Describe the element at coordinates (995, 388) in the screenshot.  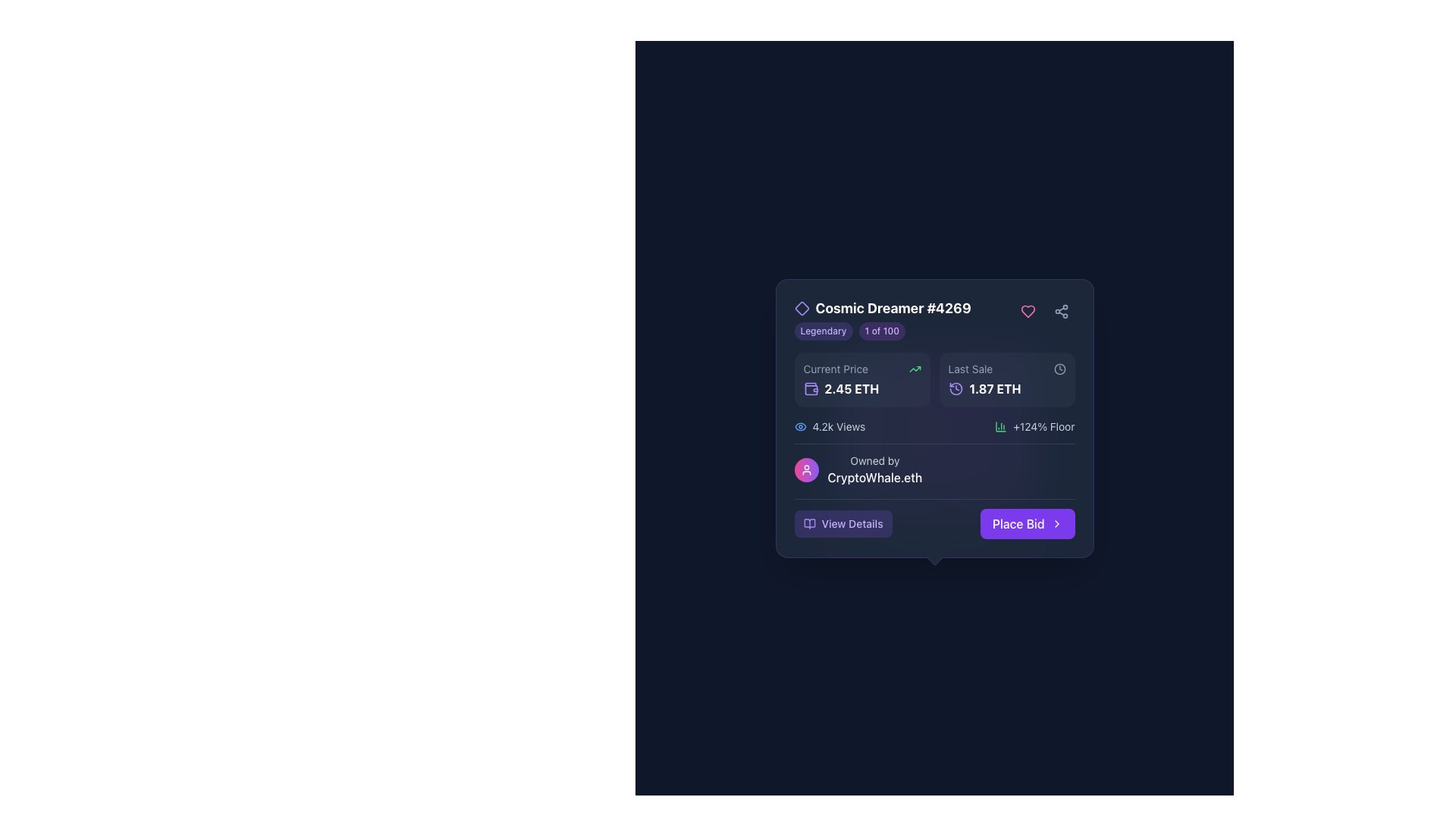
I see `the value of the Text Indicator displaying '1.87 ETH' within the 'Last Sale' section of the 'Cosmic Dreamer #4269' card` at that location.